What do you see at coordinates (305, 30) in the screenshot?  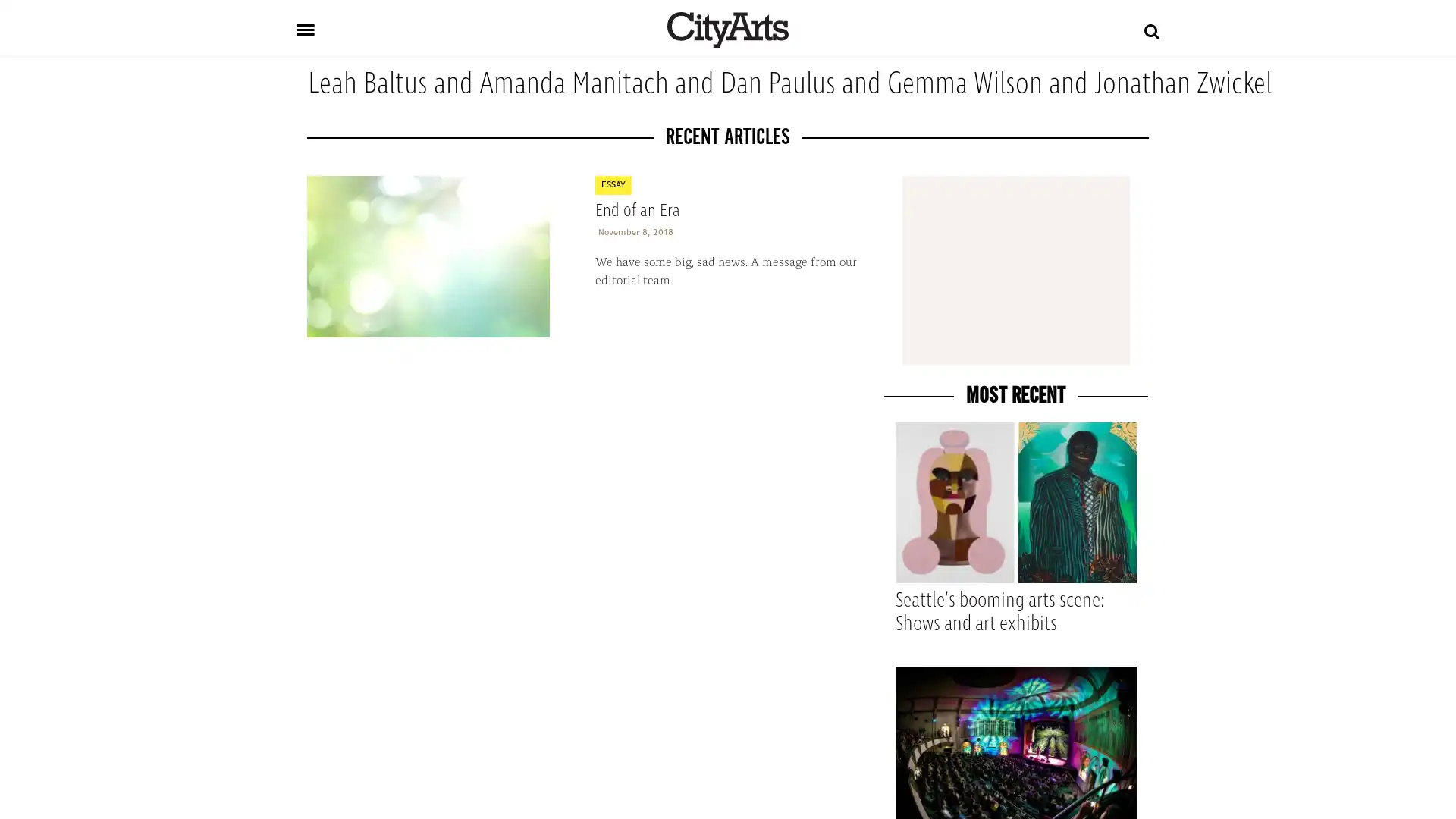 I see `Toggle navigation` at bounding box center [305, 30].